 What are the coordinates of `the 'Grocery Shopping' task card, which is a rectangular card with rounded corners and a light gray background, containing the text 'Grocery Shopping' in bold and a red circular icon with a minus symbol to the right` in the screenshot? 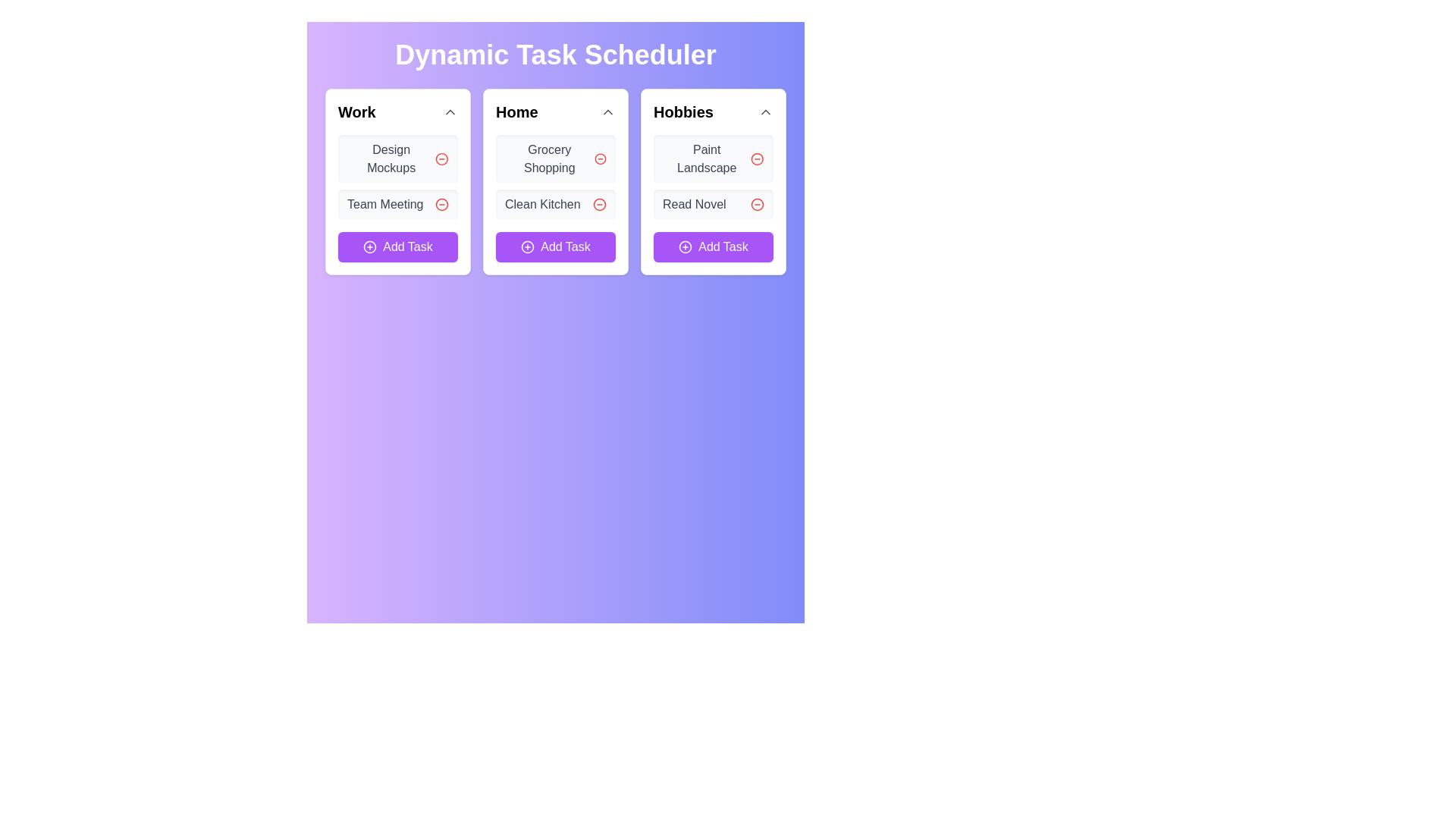 It's located at (555, 158).